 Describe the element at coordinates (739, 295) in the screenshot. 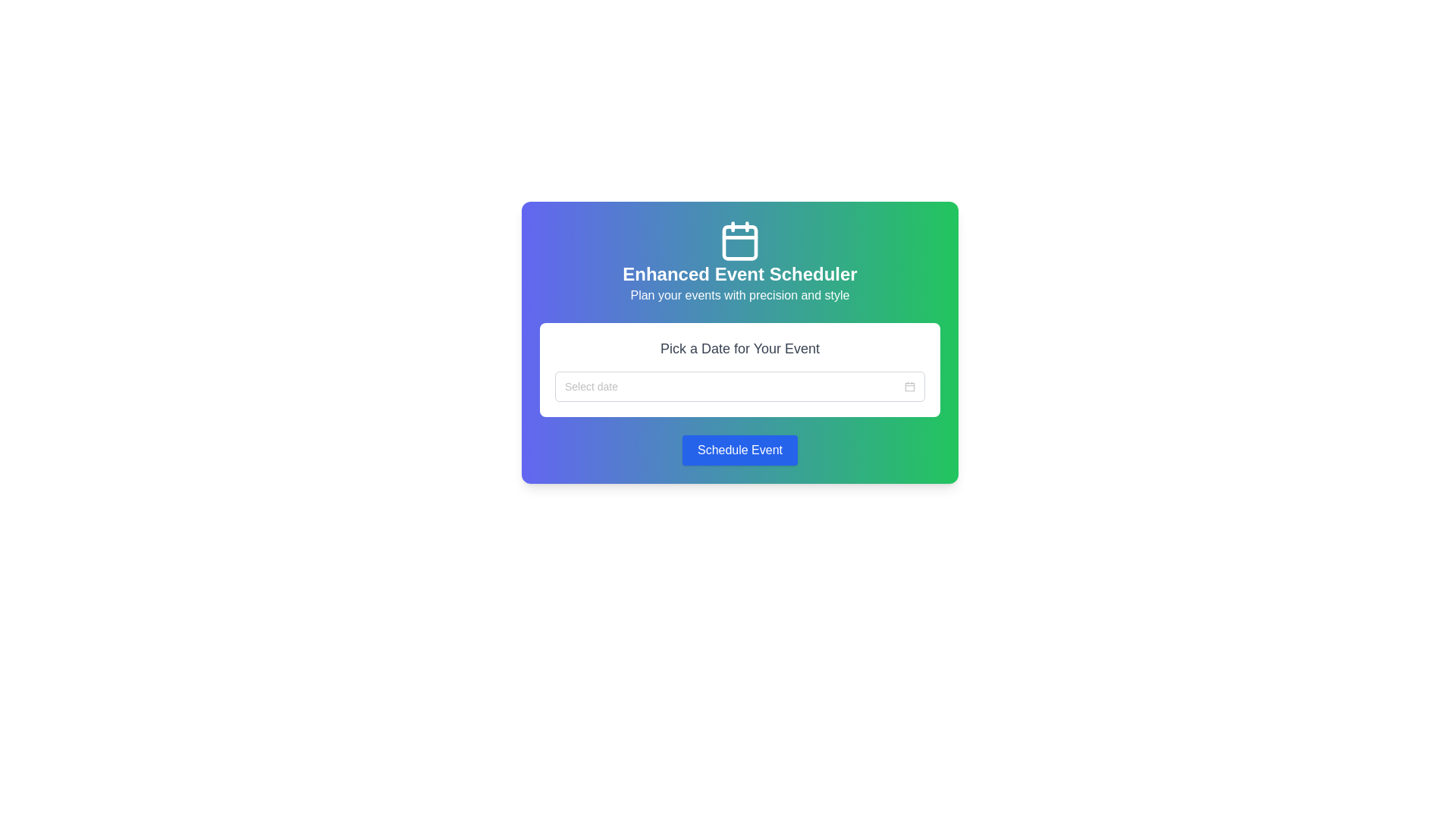

I see `the descriptive subtitle text located directly below the header text 'Enhanced Event Scheduler', which serves as a tagline for the scheduler` at that location.